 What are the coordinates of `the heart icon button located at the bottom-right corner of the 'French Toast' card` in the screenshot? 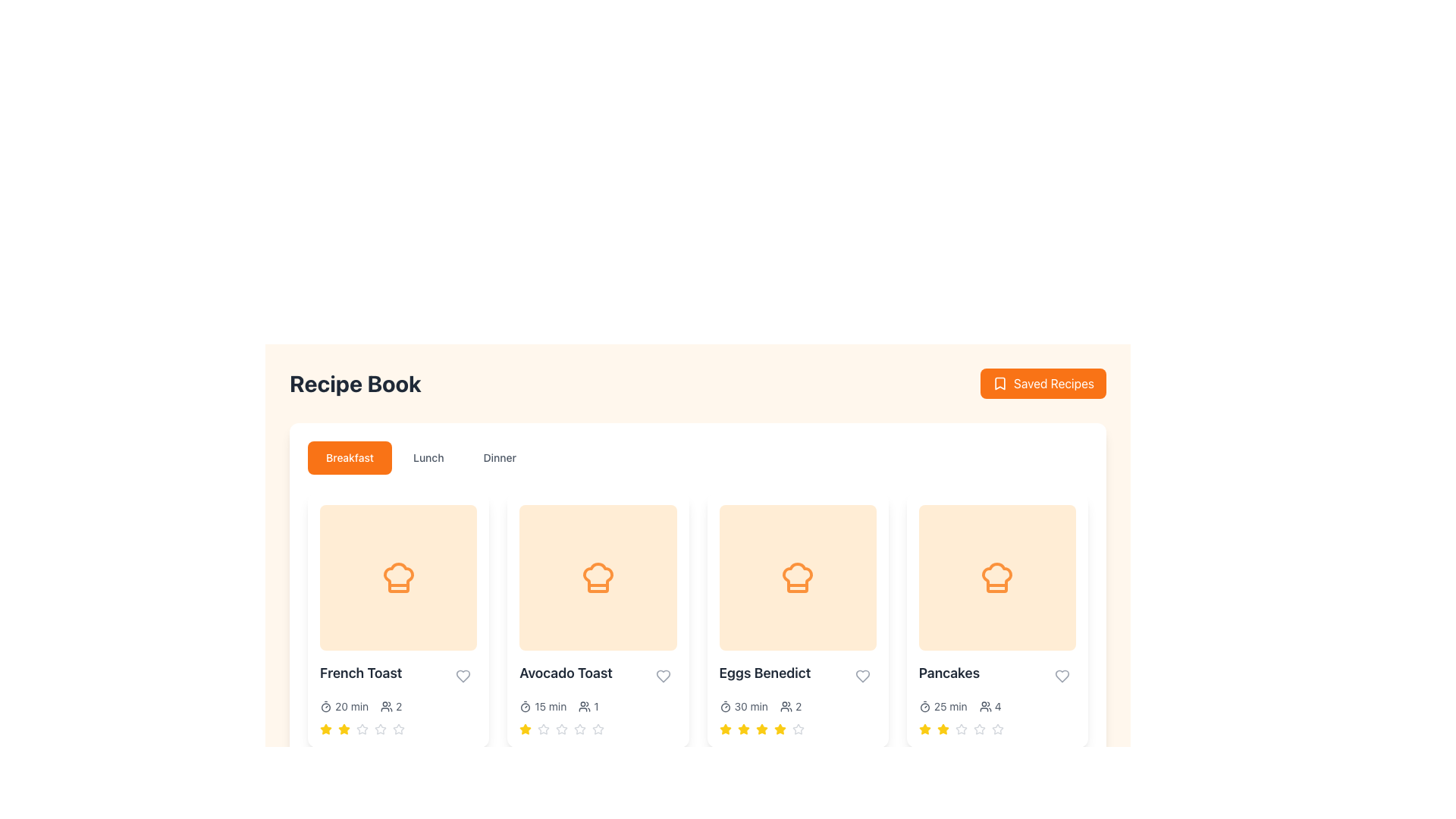 It's located at (463, 675).